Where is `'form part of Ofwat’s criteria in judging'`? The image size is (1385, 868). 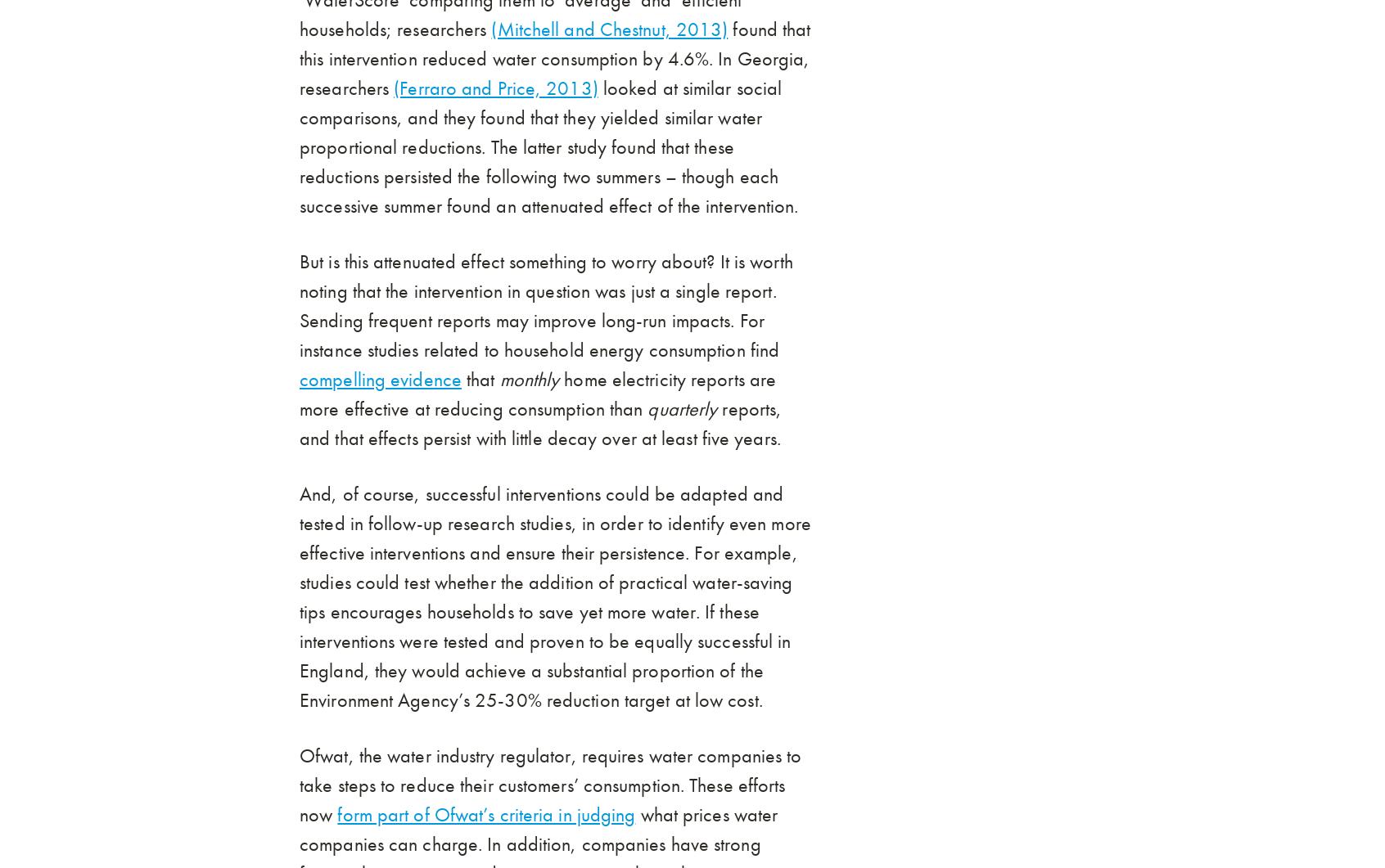
'form part of Ofwat’s criteria in judging' is located at coordinates (485, 813).